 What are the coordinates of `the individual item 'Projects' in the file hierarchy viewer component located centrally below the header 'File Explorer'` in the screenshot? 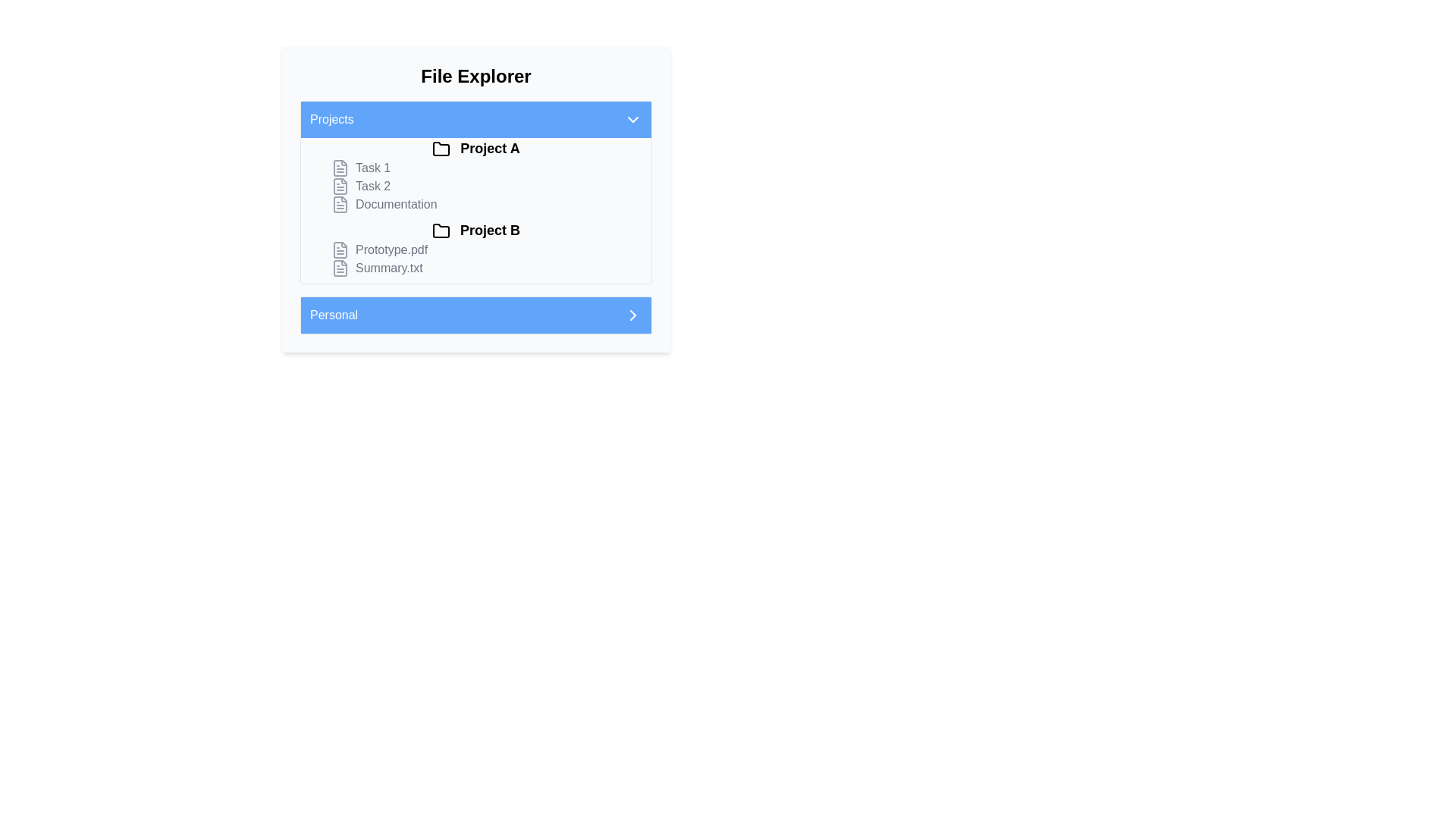 It's located at (475, 217).